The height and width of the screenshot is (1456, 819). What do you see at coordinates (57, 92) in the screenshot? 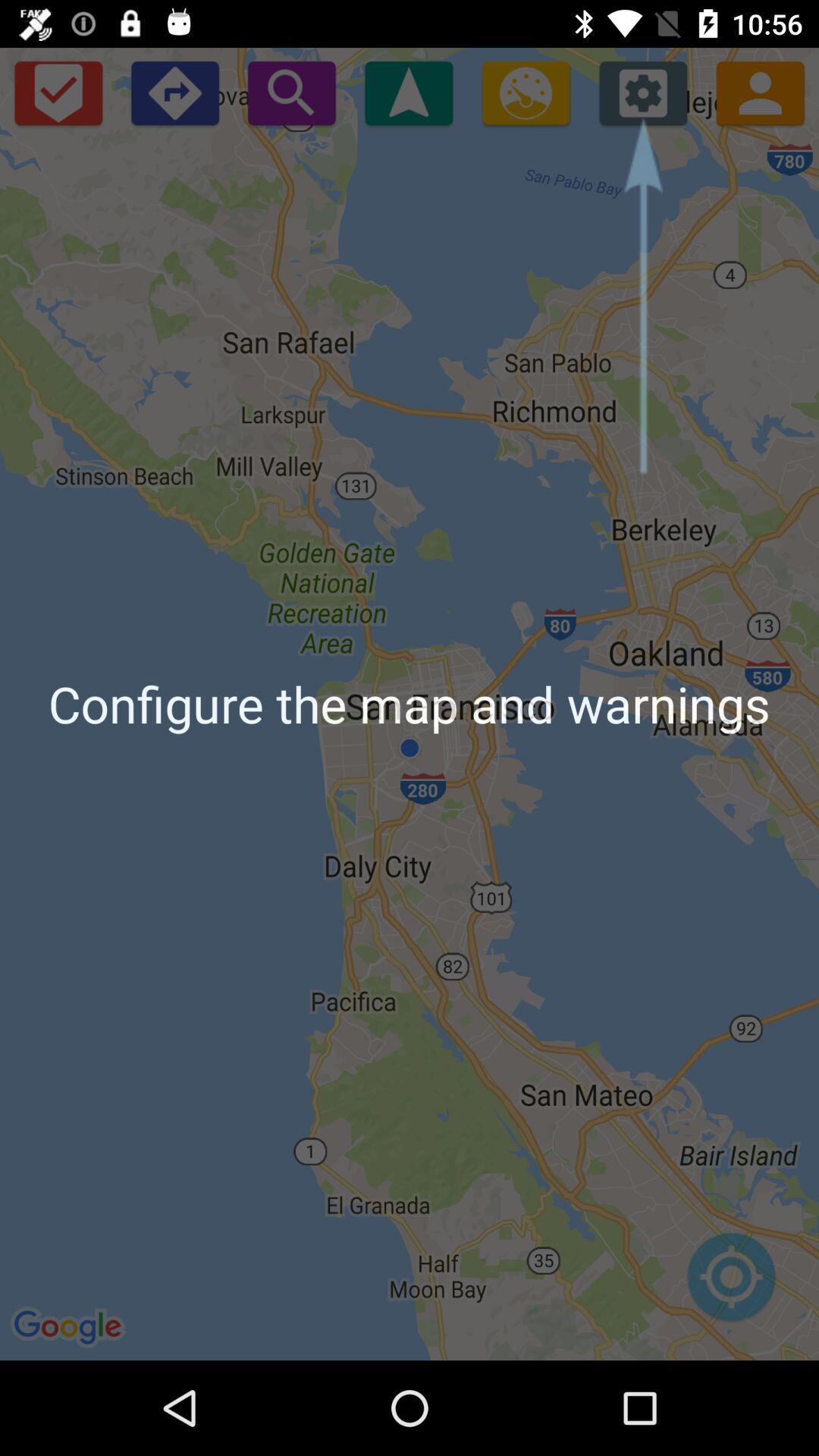
I see `the check icon` at bounding box center [57, 92].